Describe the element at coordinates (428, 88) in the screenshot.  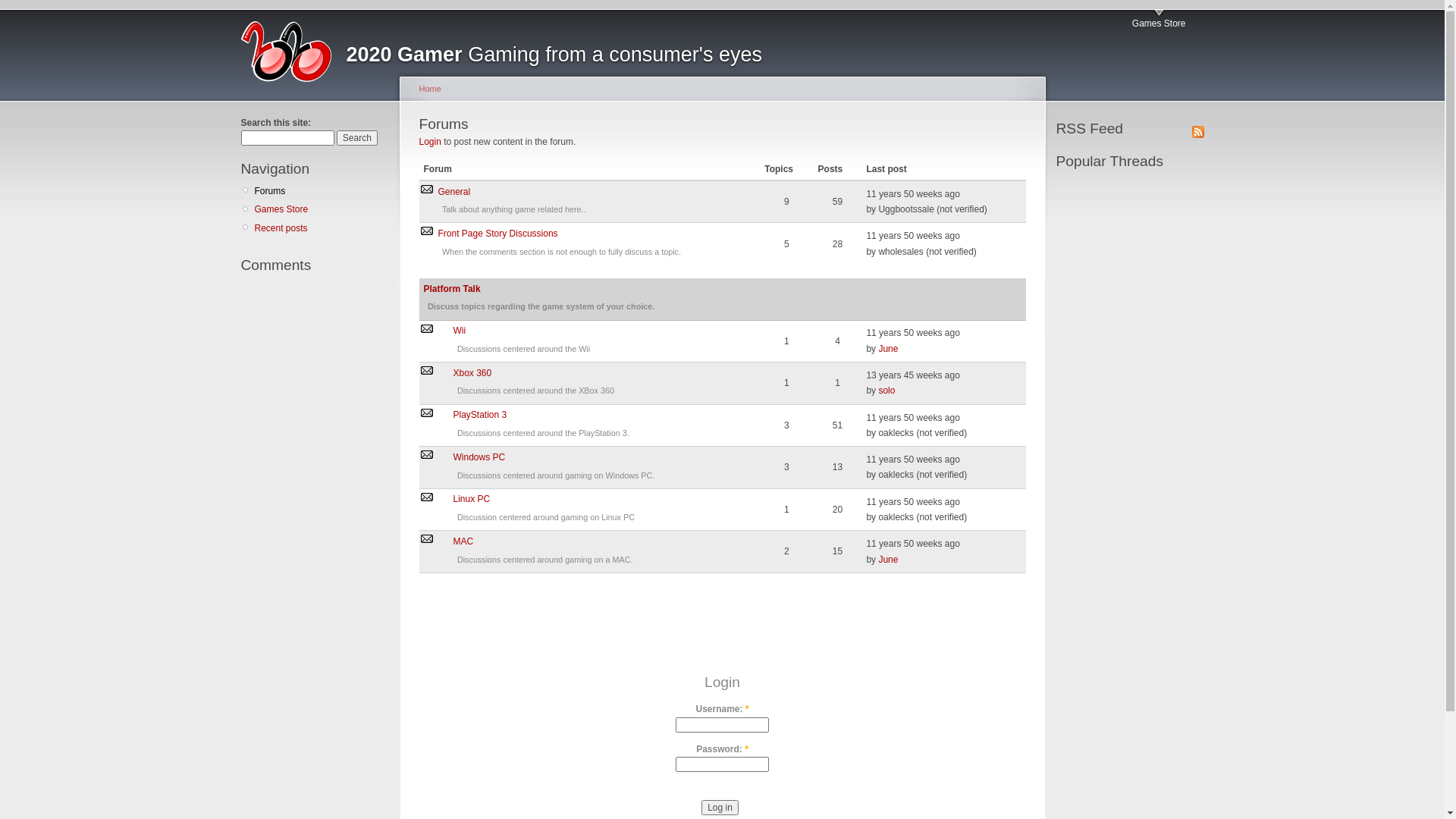
I see `'Home'` at that location.